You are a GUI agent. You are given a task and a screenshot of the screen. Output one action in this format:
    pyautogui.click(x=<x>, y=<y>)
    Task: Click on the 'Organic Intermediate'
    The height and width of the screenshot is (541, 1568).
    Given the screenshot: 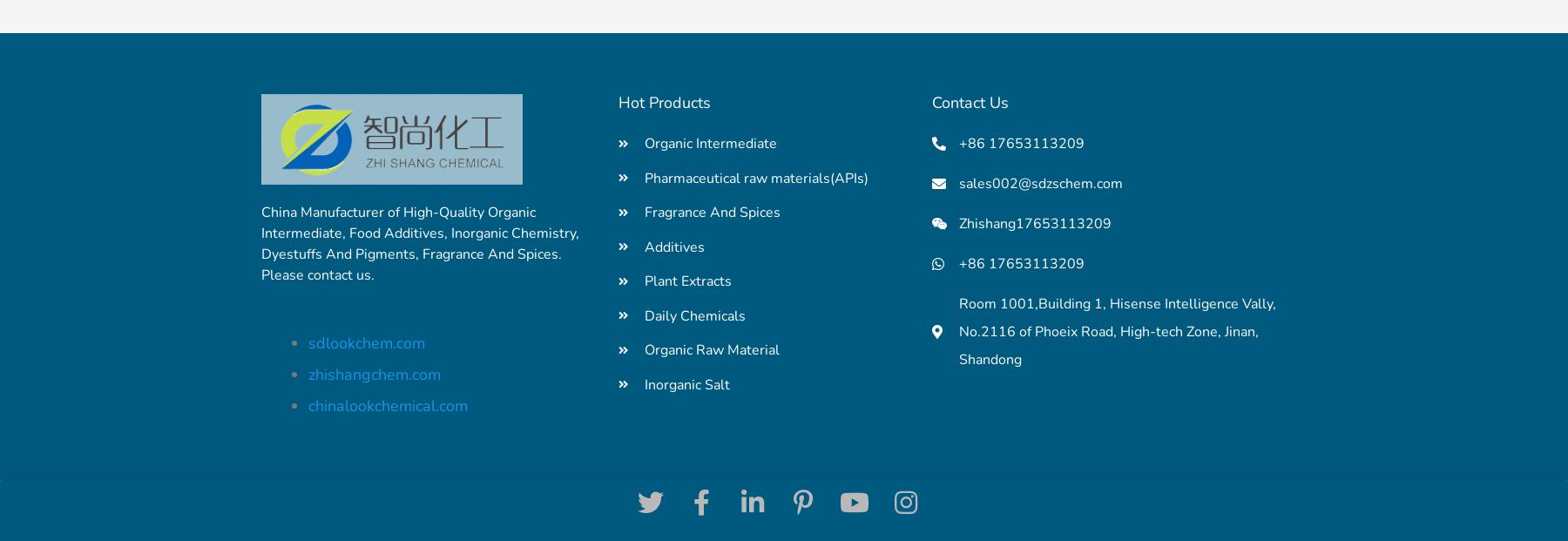 What is the action you would take?
    pyautogui.click(x=643, y=142)
    